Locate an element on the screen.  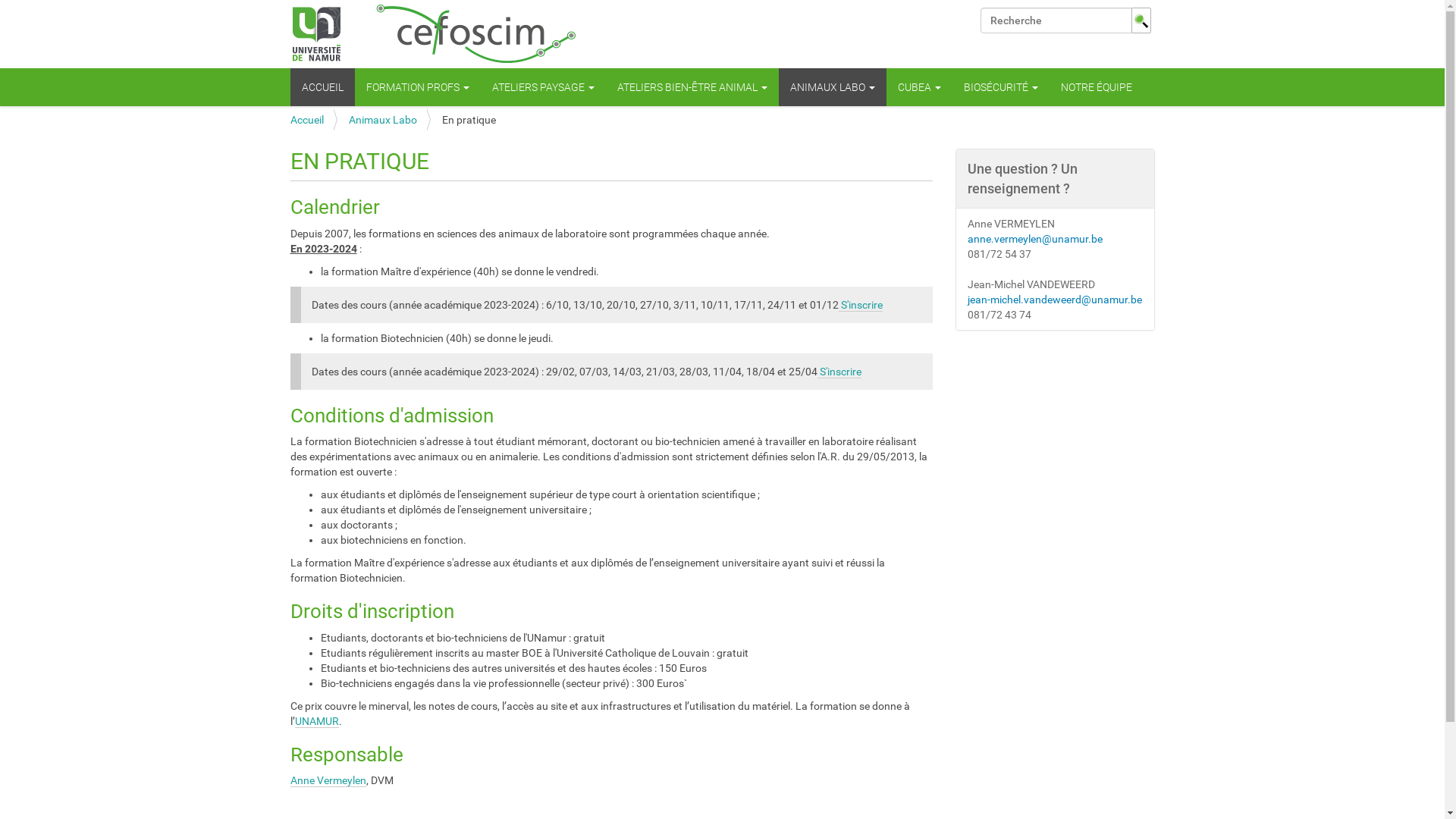
'Accueil' is located at coordinates (290, 119).